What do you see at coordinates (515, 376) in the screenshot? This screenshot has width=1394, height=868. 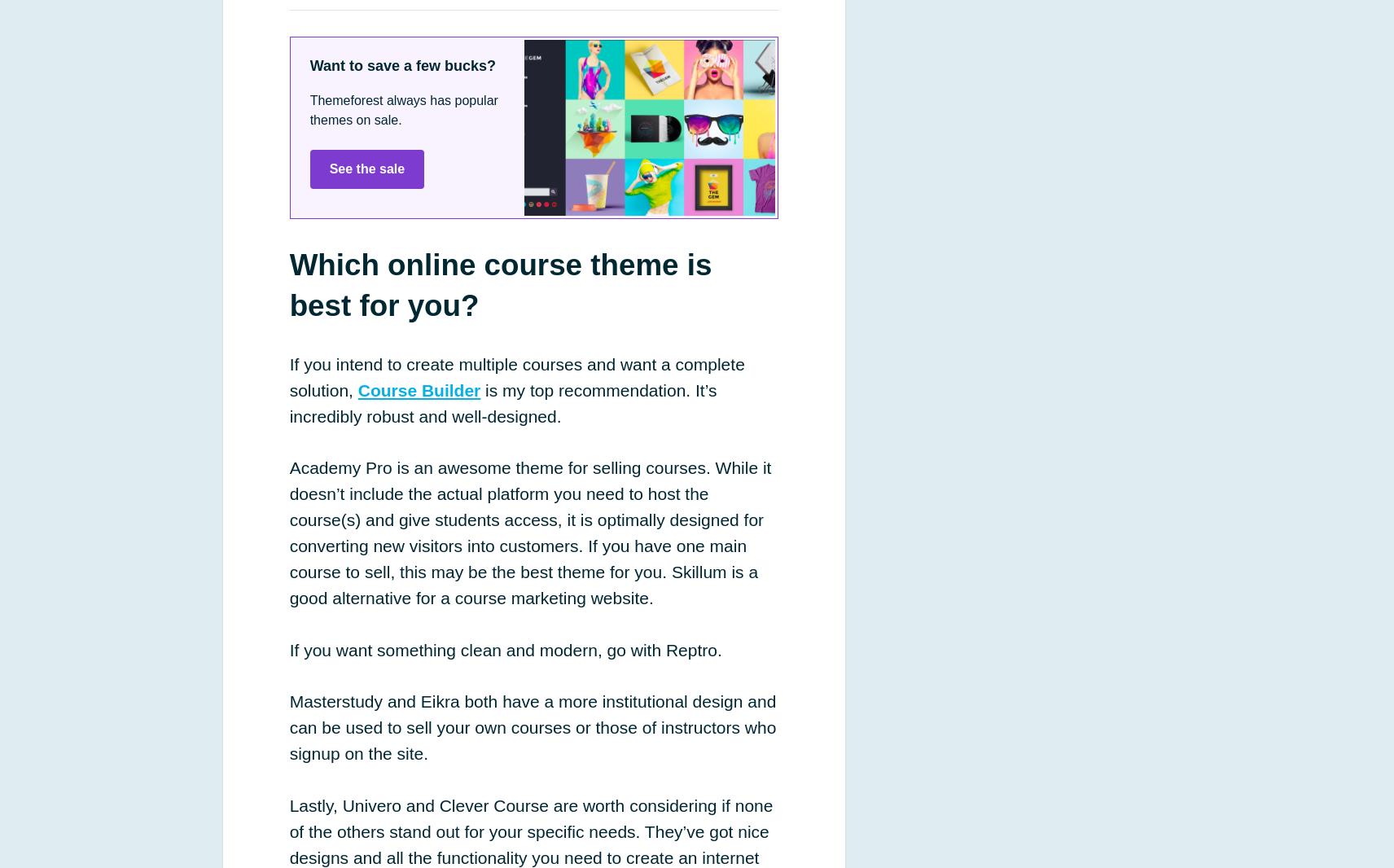 I see `'If you intend to create multiple courses and want a complete solution,'` at bounding box center [515, 376].